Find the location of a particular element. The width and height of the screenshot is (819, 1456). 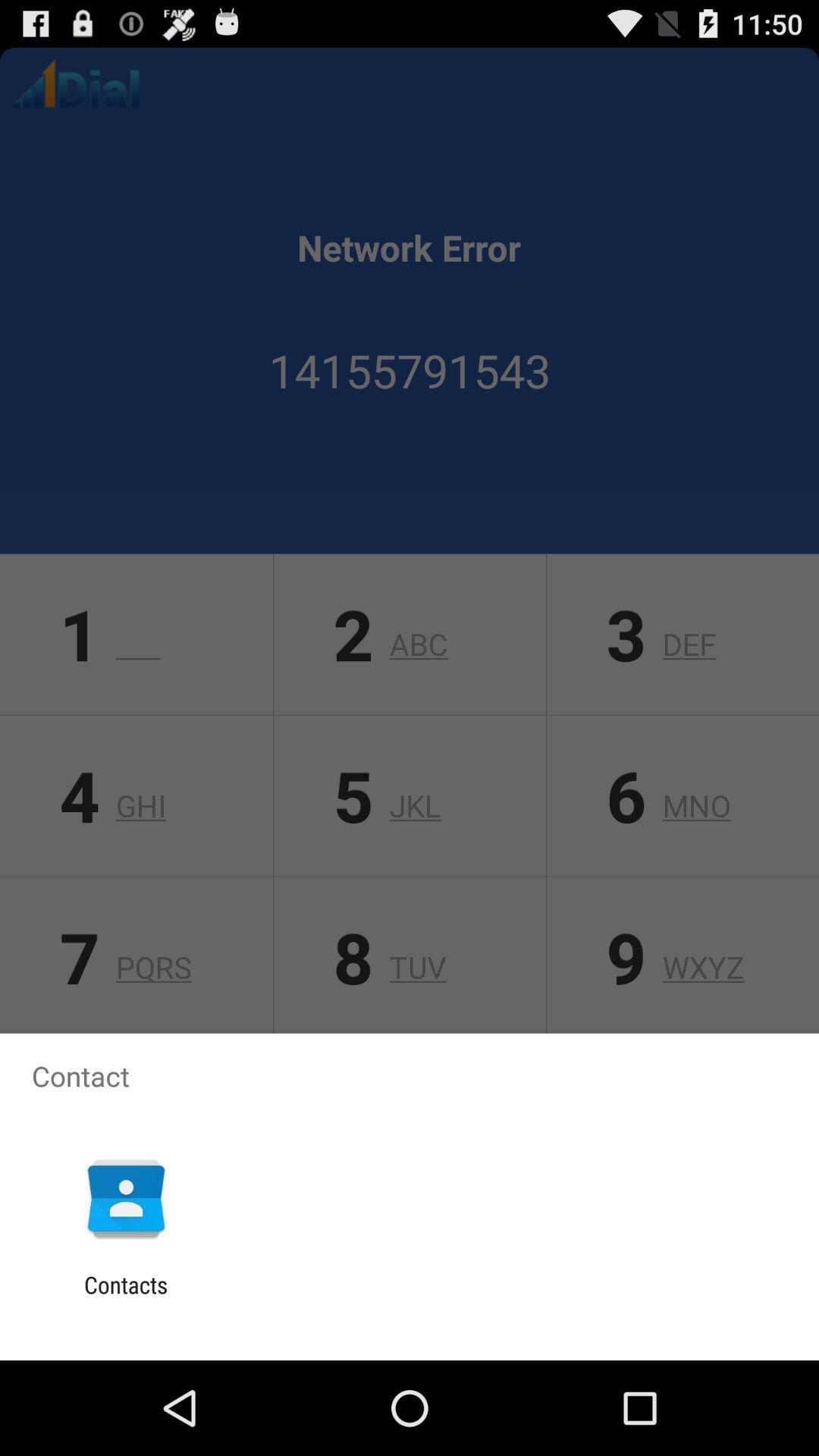

the item above contacts is located at coordinates (125, 1197).